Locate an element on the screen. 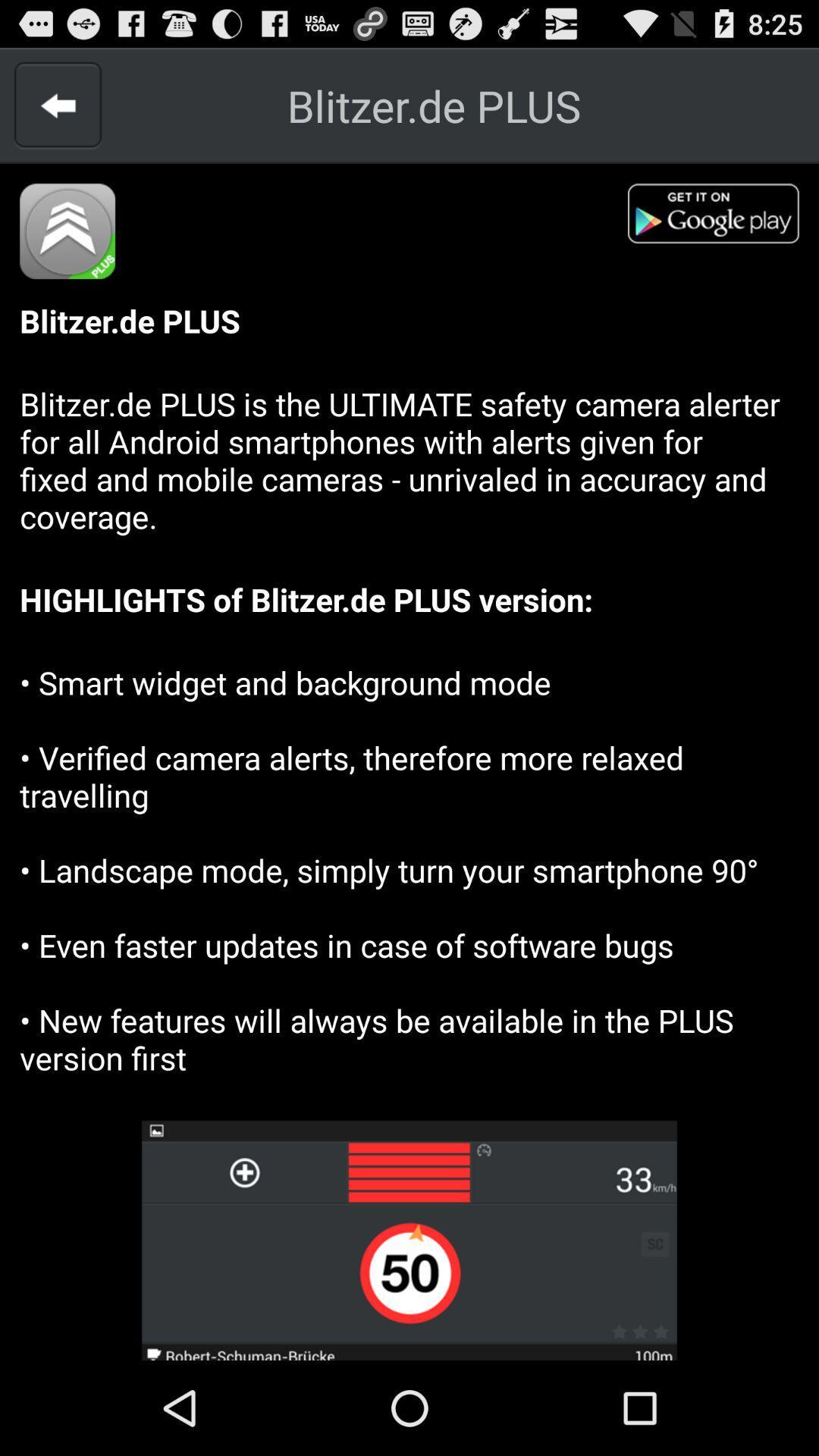 The height and width of the screenshot is (1456, 819). shows google play button is located at coordinates (722, 218).